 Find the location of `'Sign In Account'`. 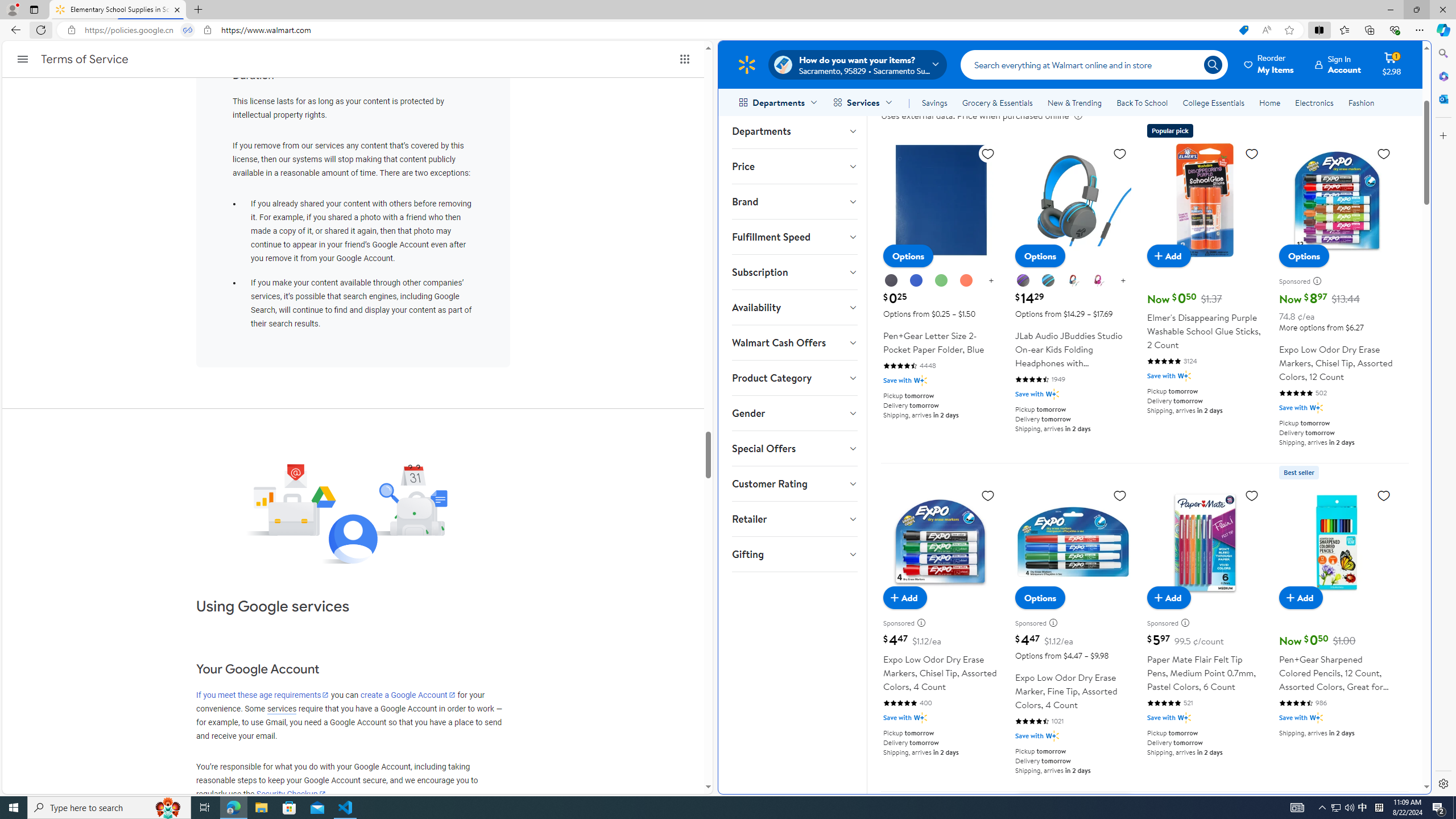

'Sign In Account' is located at coordinates (1338, 64).